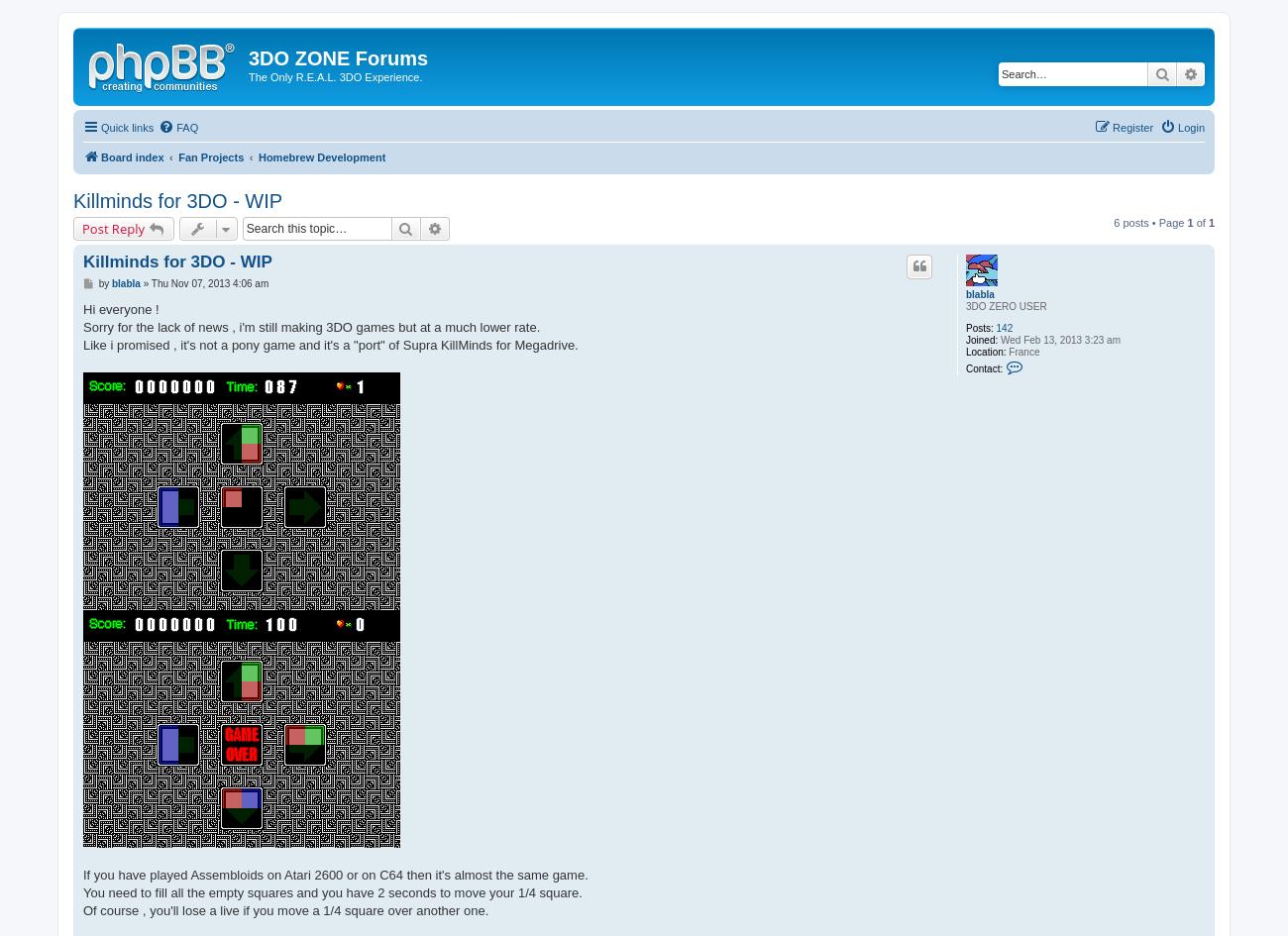  What do you see at coordinates (1058, 339) in the screenshot?
I see `'Wed Feb 13, 2013 3:23 am'` at bounding box center [1058, 339].